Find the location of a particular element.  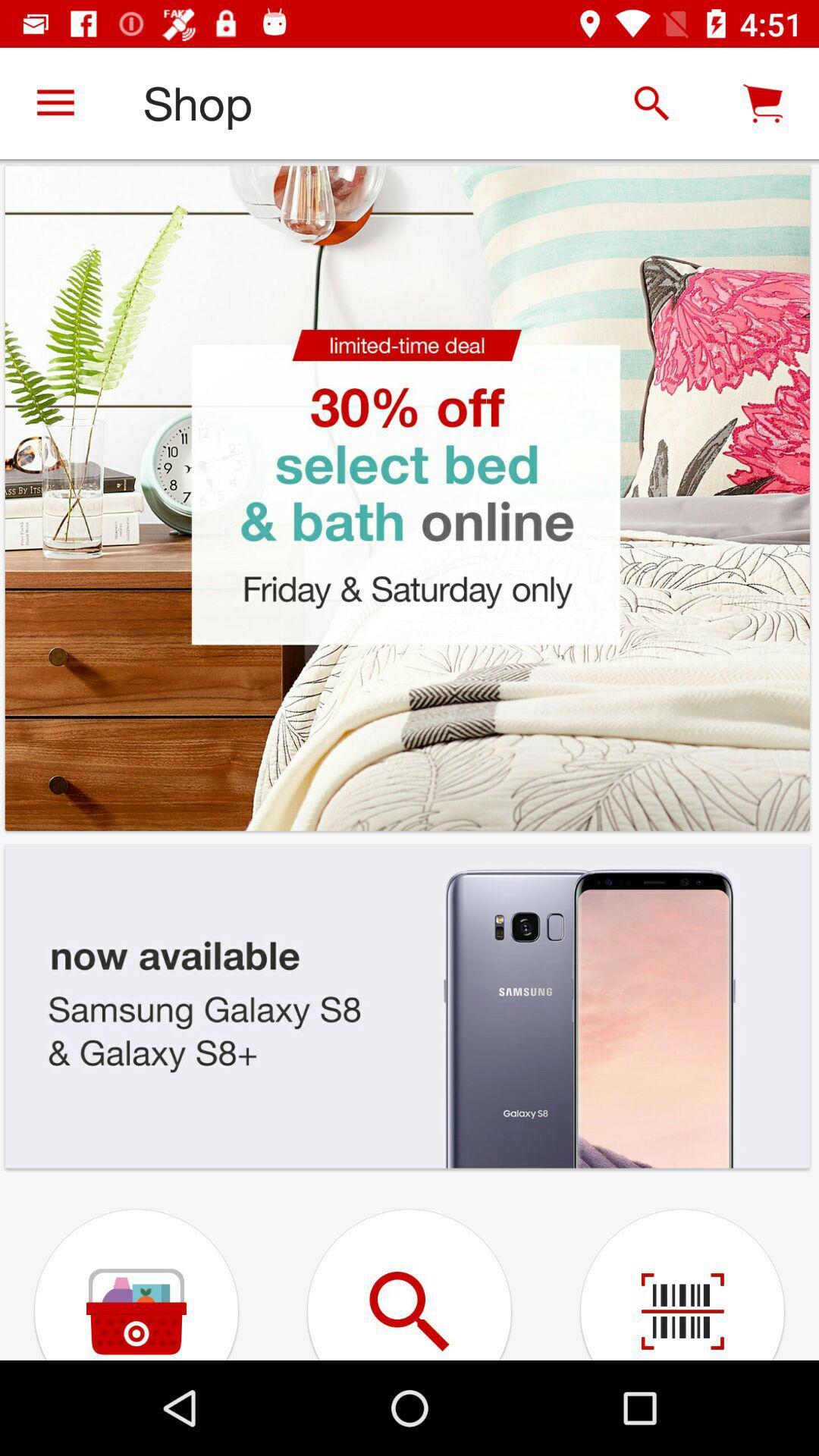

icon at the top left corner is located at coordinates (55, 102).